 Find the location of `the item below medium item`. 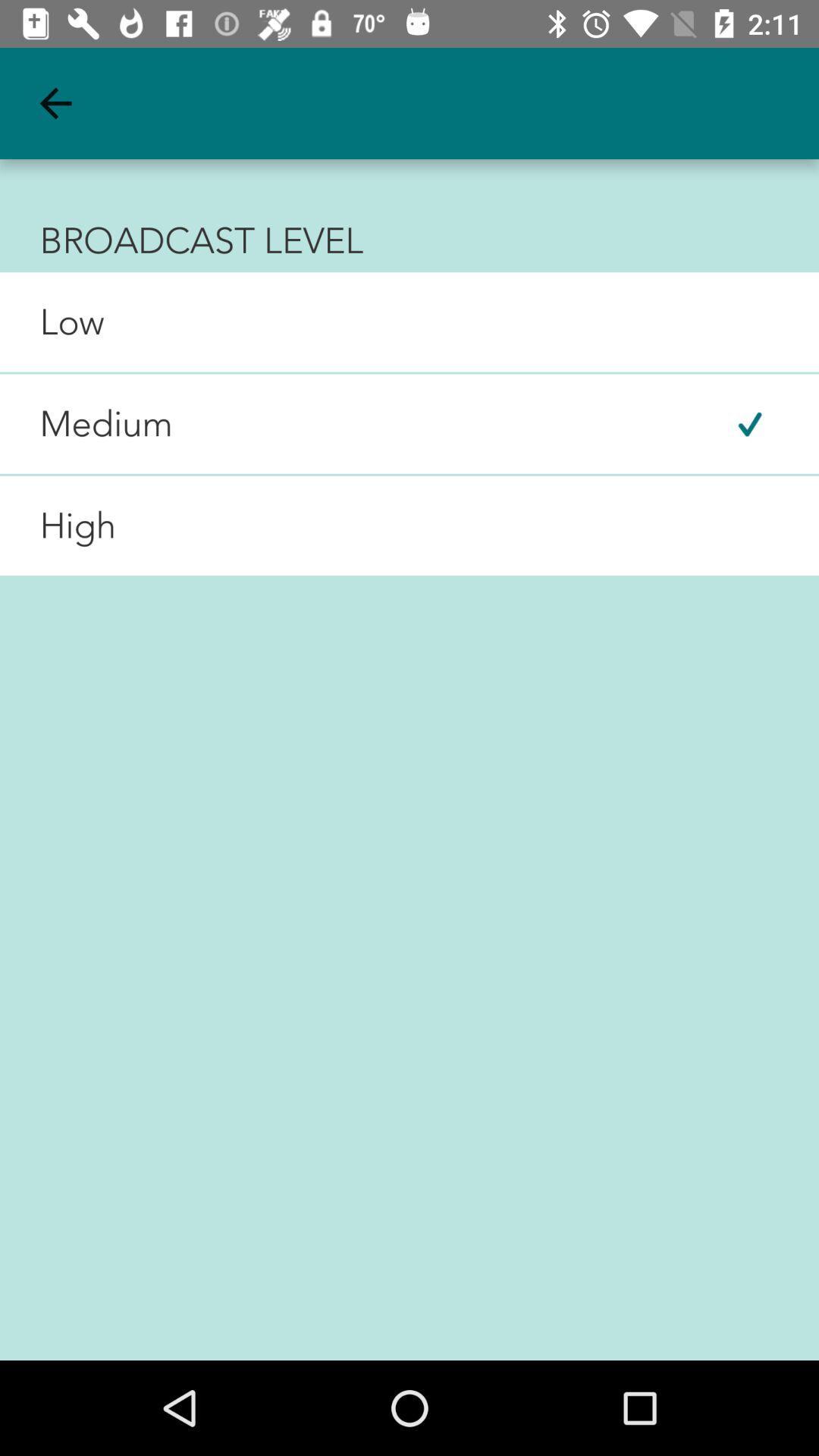

the item below medium item is located at coordinates (57, 526).